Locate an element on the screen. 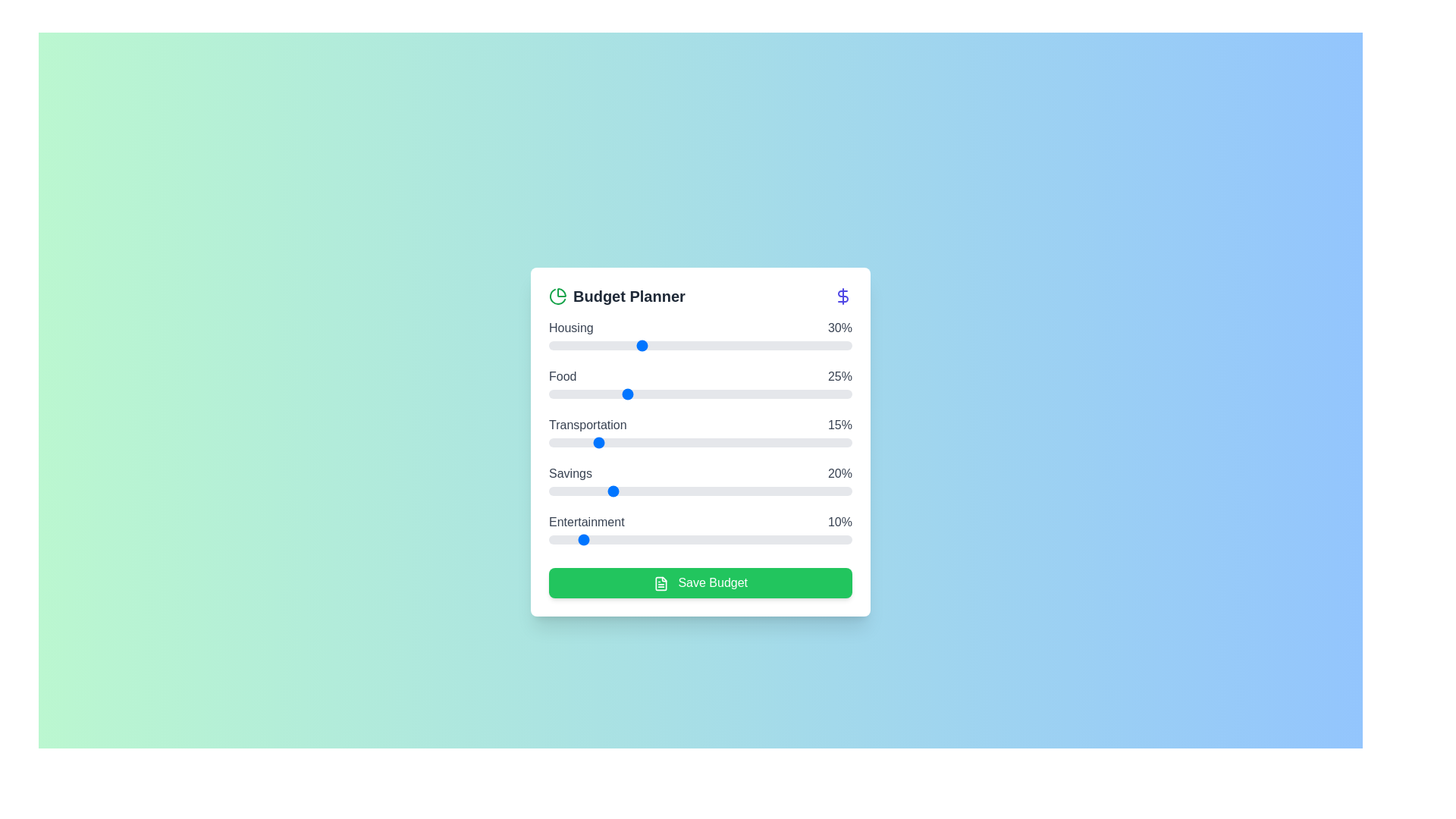  the 'Housing' slider to 96% allocation is located at coordinates (839, 345).